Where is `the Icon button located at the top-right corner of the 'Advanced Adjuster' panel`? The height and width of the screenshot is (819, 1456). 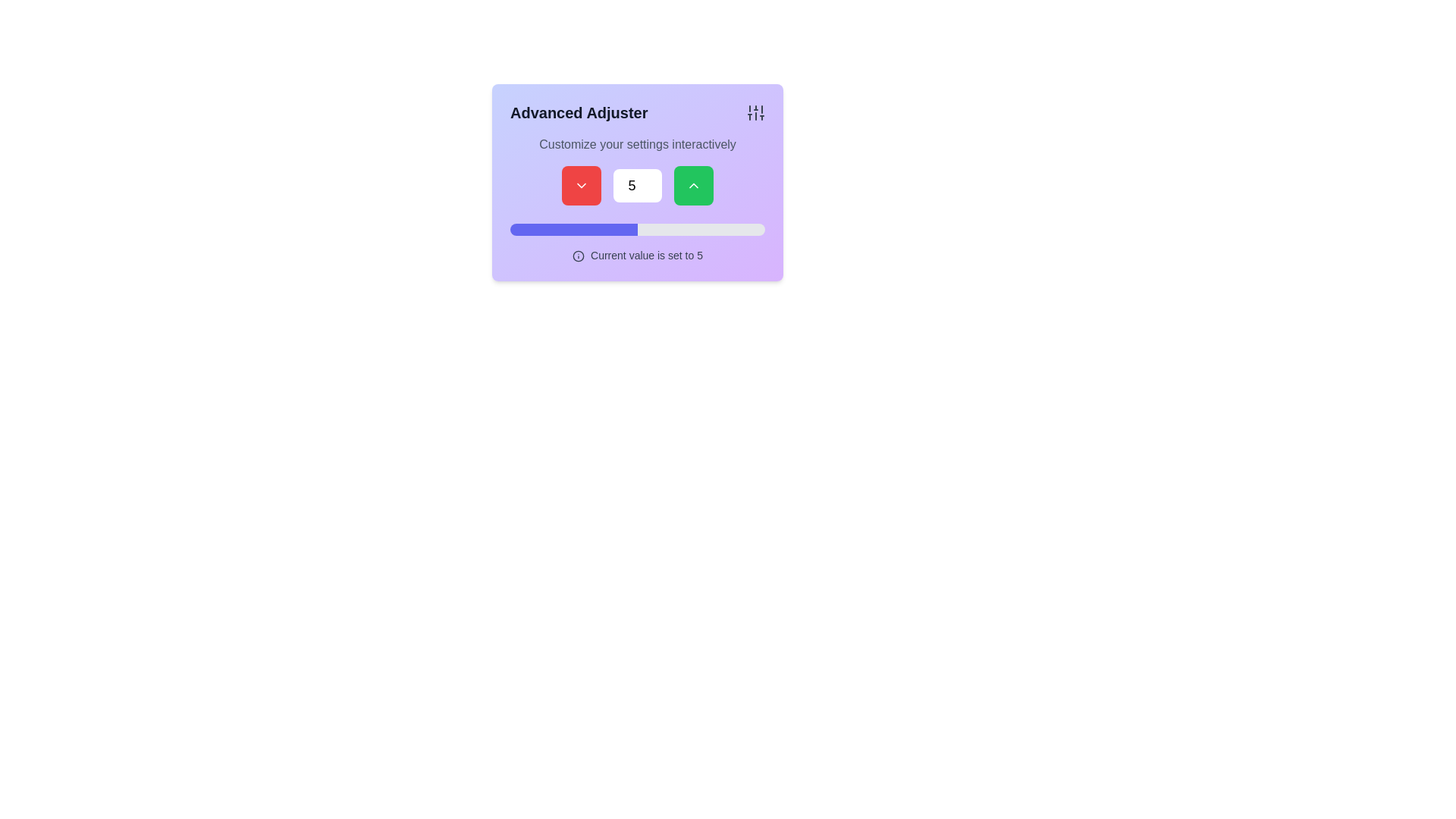 the Icon button located at the top-right corner of the 'Advanced Adjuster' panel is located at coordinates (756, 112).